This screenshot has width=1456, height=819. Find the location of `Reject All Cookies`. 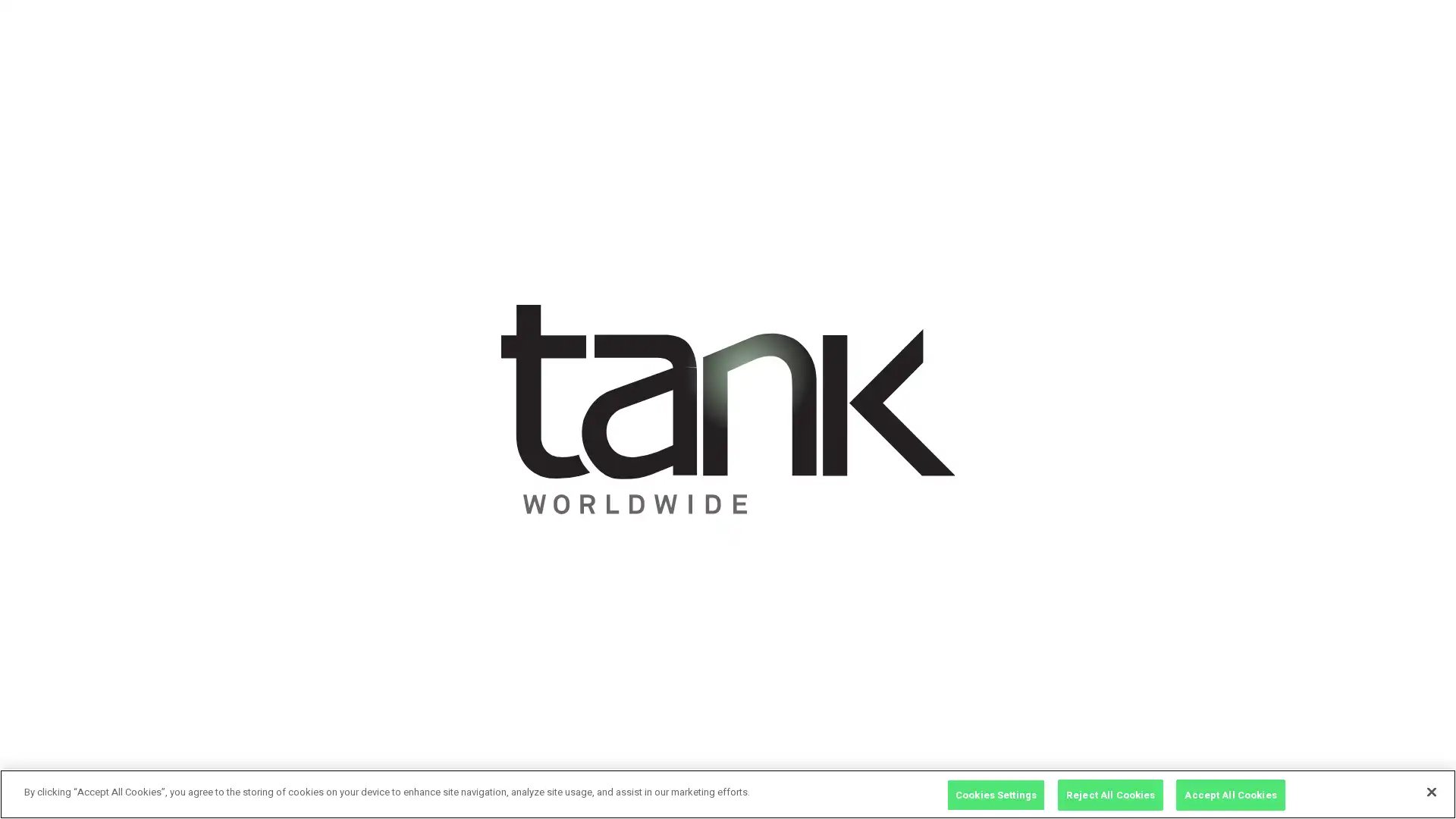

Reject All Cookies is located at coordinates (1110, 795).